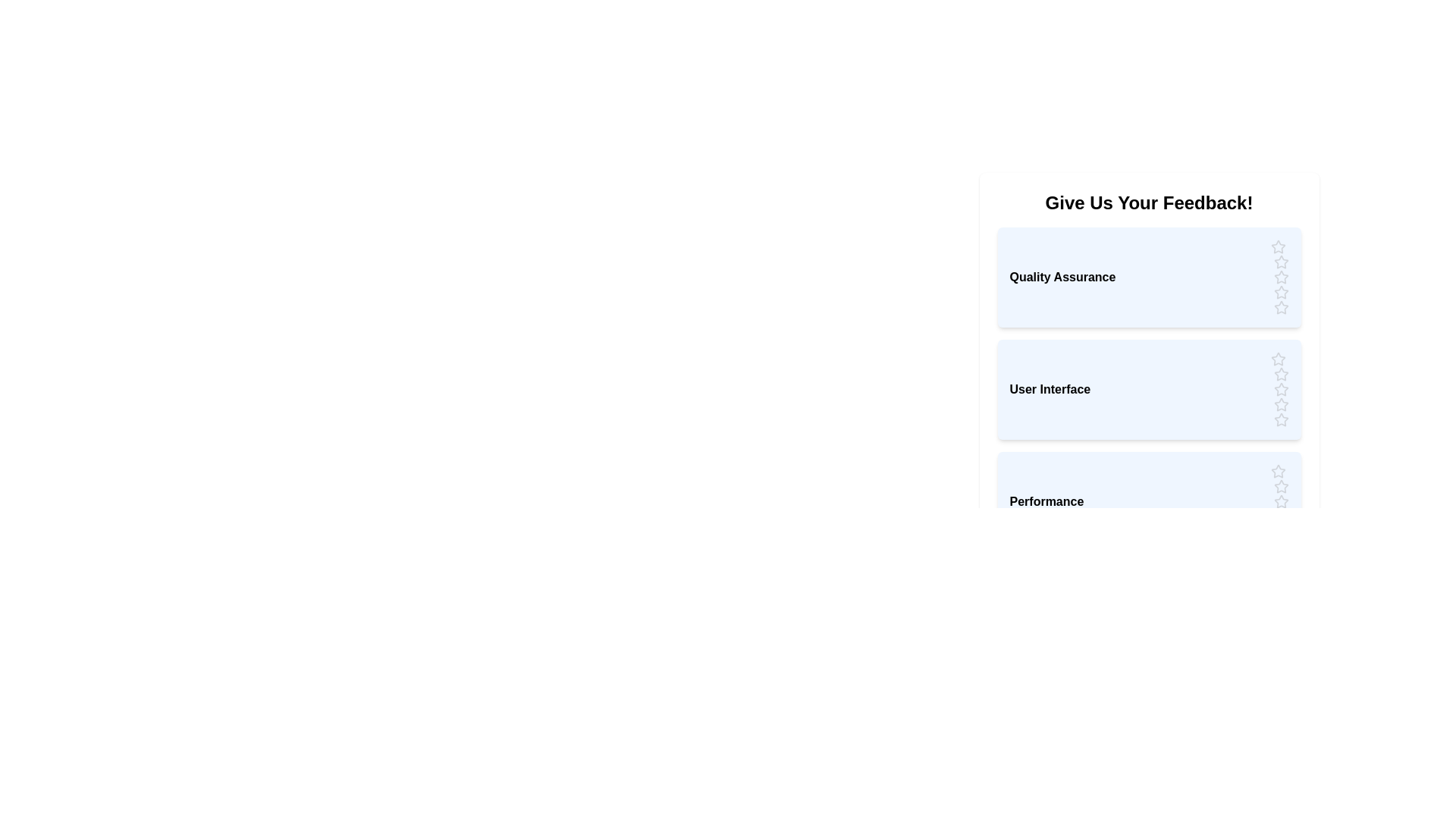 The image size is (1456, 819). What do you see at coordinates (1280, 532) in the screenshot?
I see `the rating for the category 'Performance' to 5 stars` at bounding box center [1280, 532].